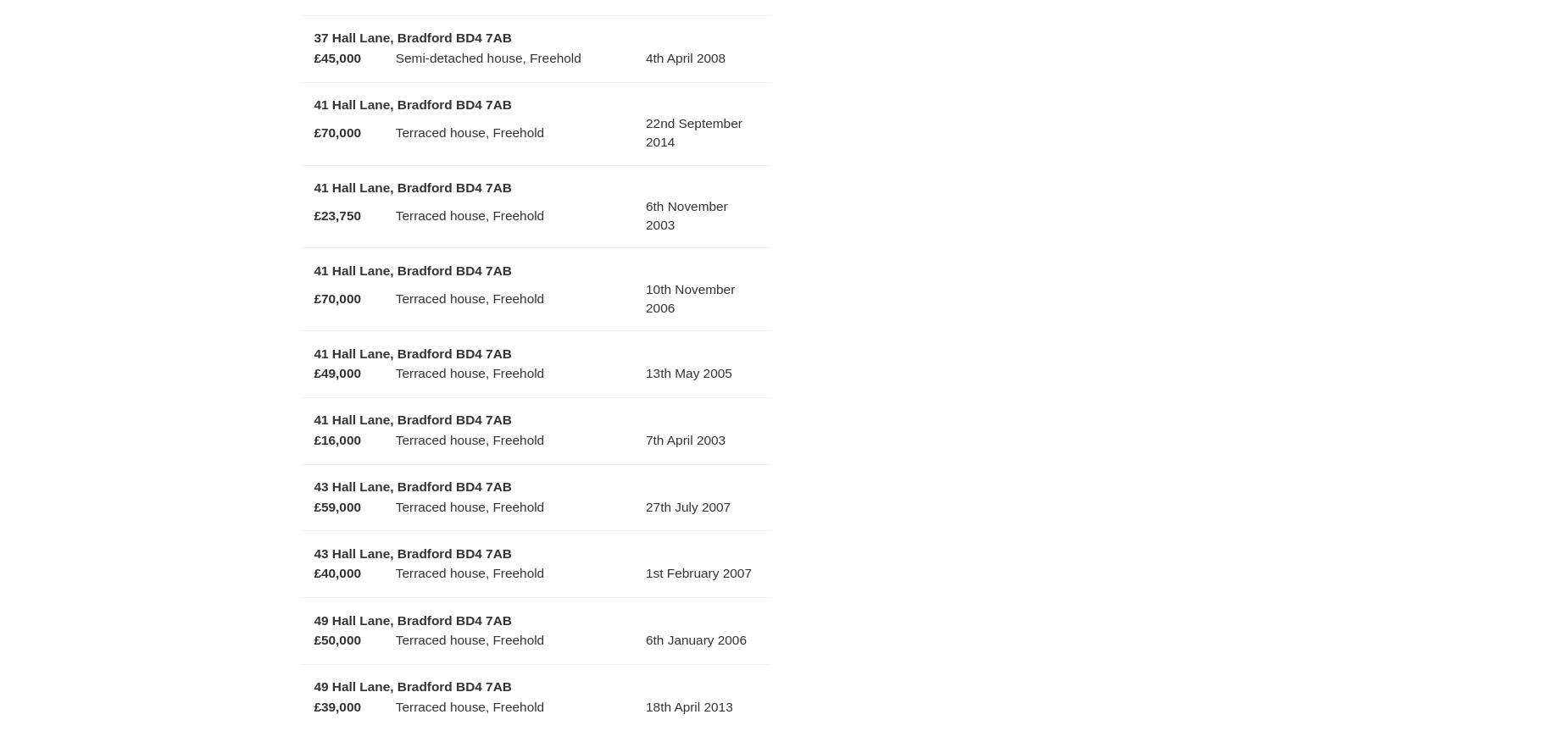 Image resolution: width=1568 pixels, height=731 pixels. Describe the element at coordinates (336, 439) in the screenshot. I see `'£16,000'` at that location.